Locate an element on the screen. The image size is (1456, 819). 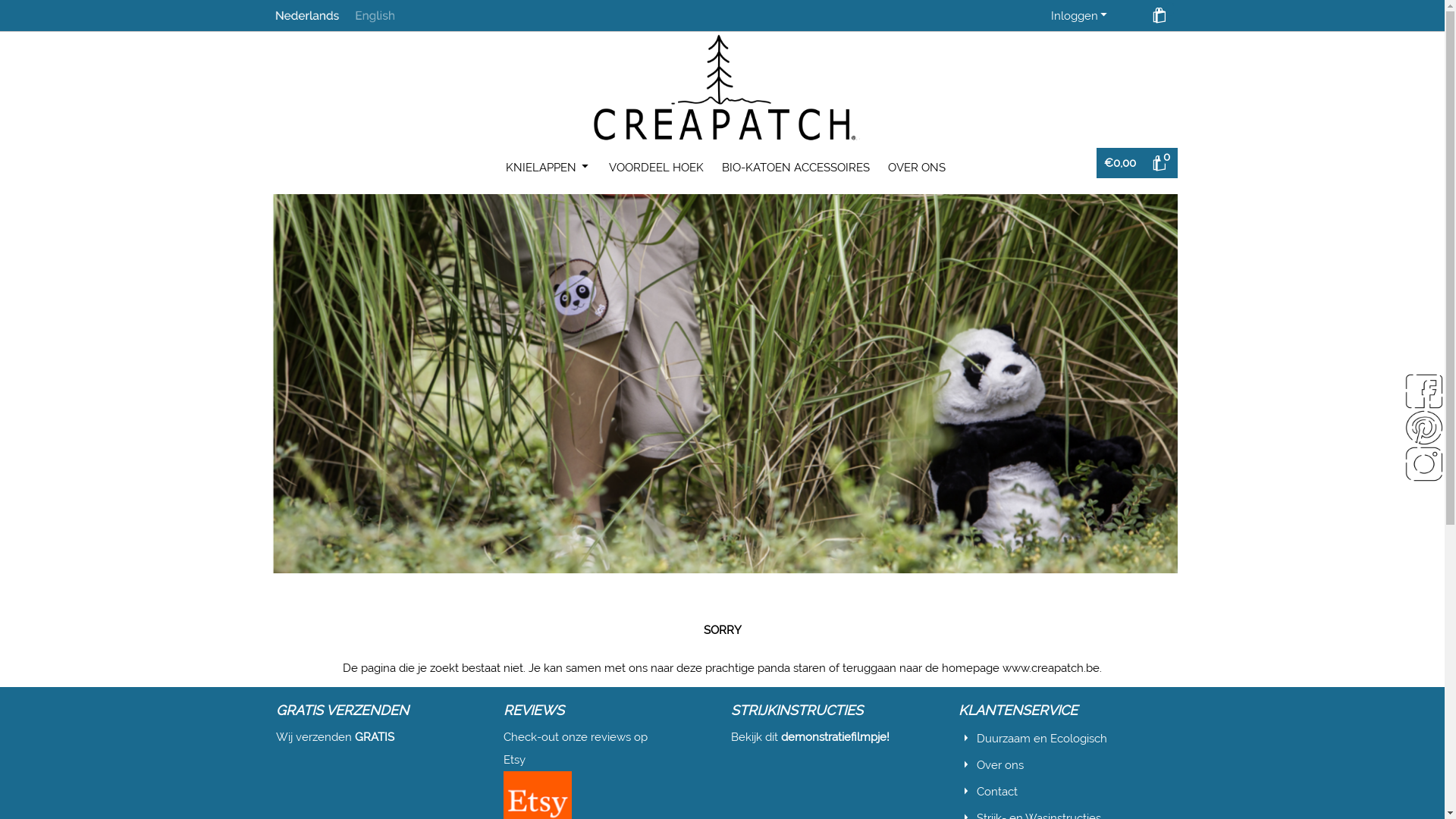
'OVER ONS' is located at coordinates (915, 167).